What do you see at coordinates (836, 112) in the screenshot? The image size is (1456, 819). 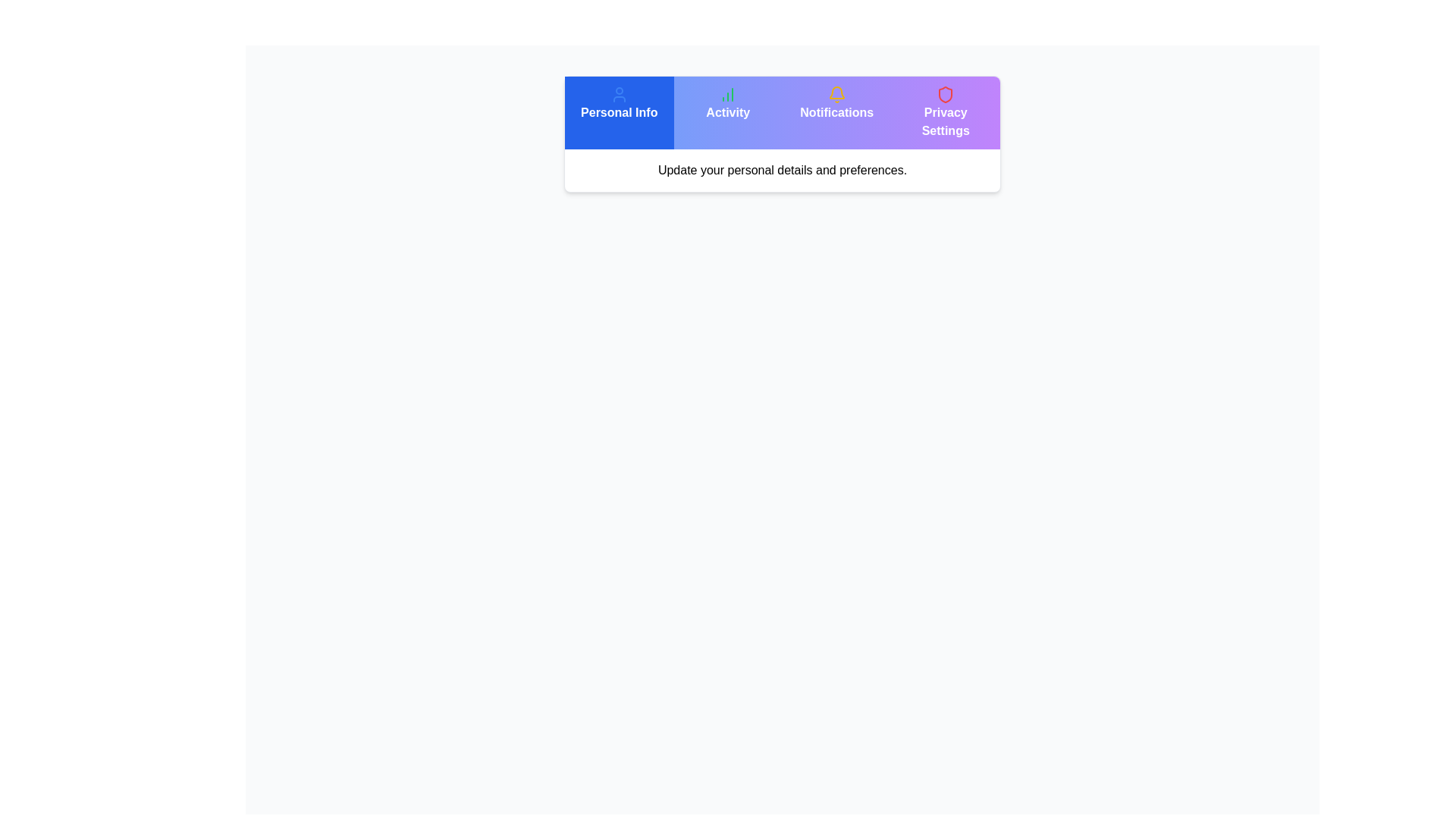 I see `the Notifications tab to observe visual changes` at bounding box center [836, 112].